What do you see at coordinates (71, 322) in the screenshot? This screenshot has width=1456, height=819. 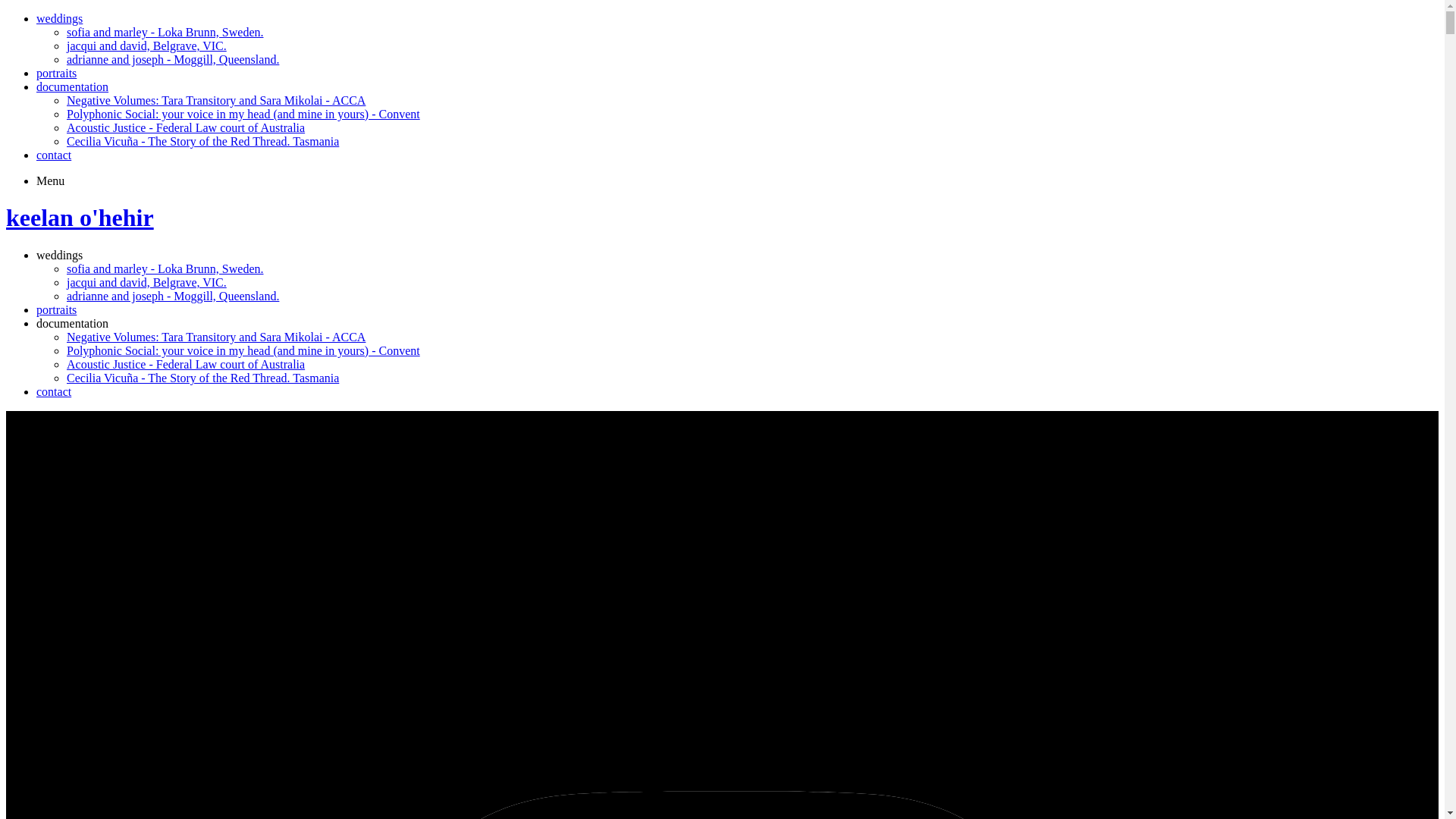 I see `'documentation'` at bounding box center [71, 322].